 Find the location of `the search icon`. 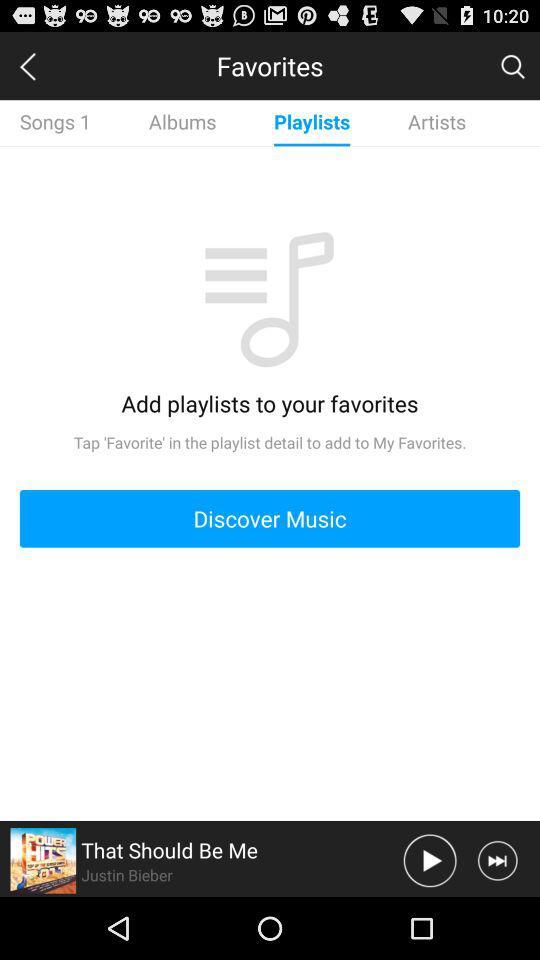

the search icon is located at coordinates (512, 70).